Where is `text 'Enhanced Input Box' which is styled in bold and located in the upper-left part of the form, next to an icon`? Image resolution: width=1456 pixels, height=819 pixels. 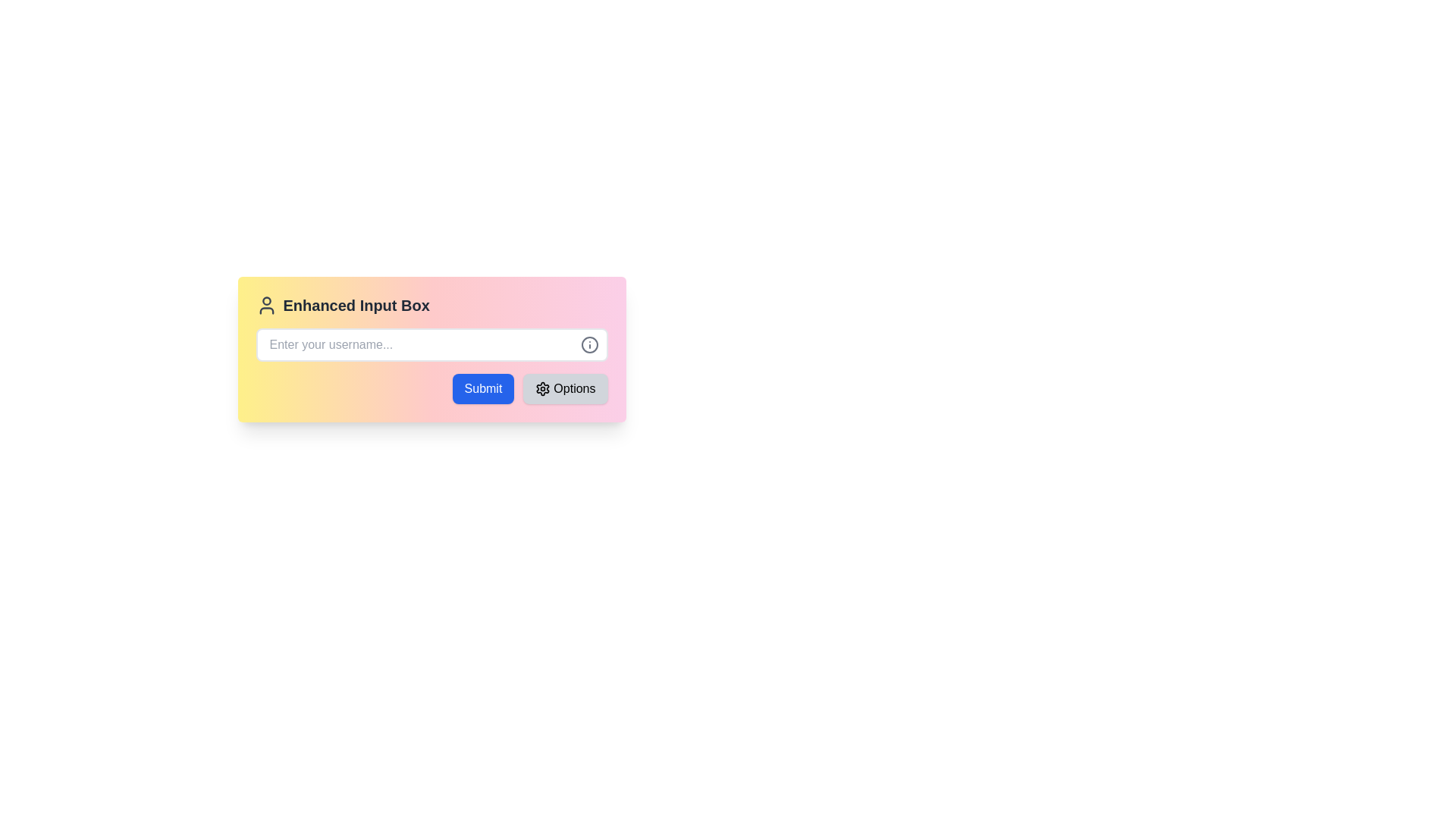 text 'Enhanced Input Box' which is styled in bold and located in the upper-left part of the form, next to an icon is located at coordinates (356, 305).